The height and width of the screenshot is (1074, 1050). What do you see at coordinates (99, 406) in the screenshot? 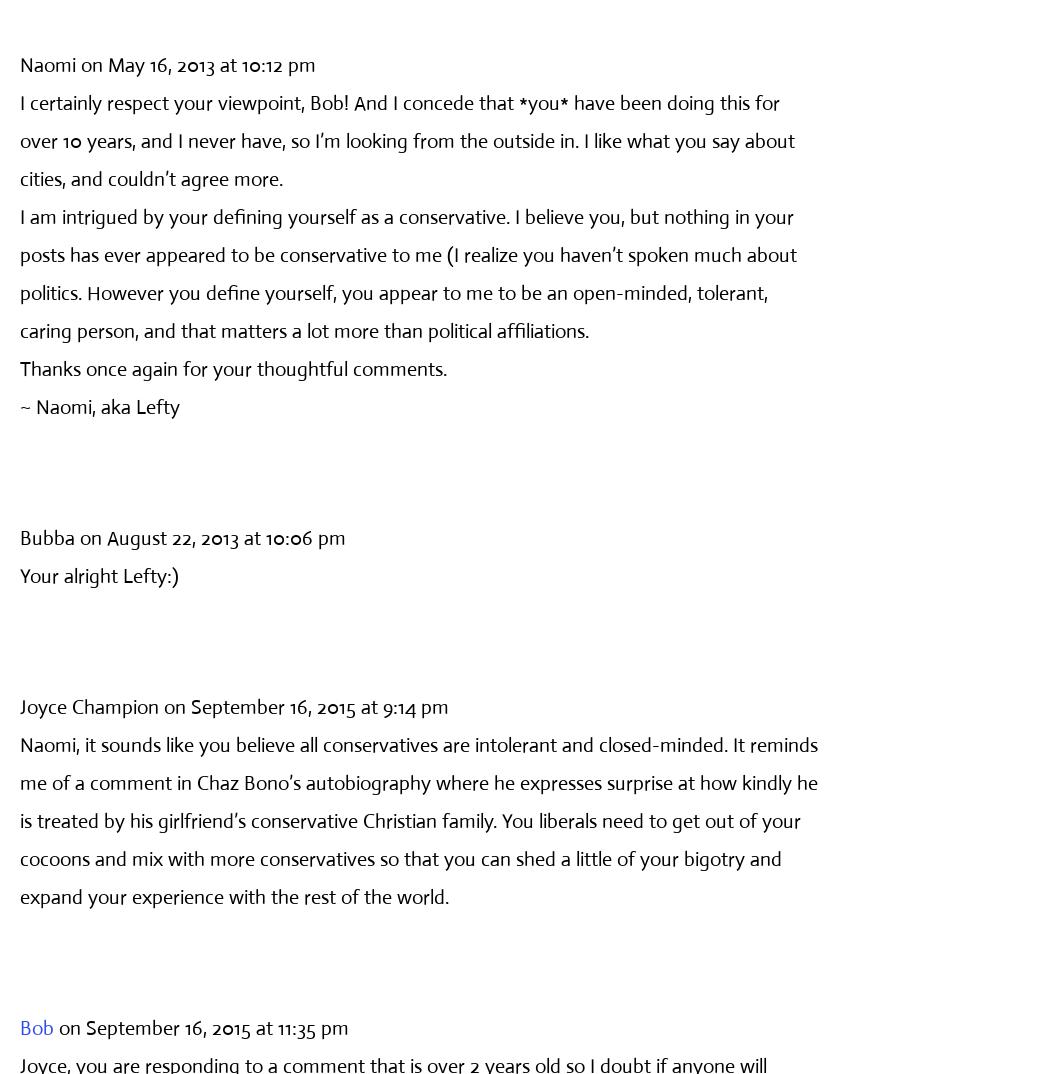
I see `'~ Naomi, aka Lefty'` at bounding box center [99, 406].